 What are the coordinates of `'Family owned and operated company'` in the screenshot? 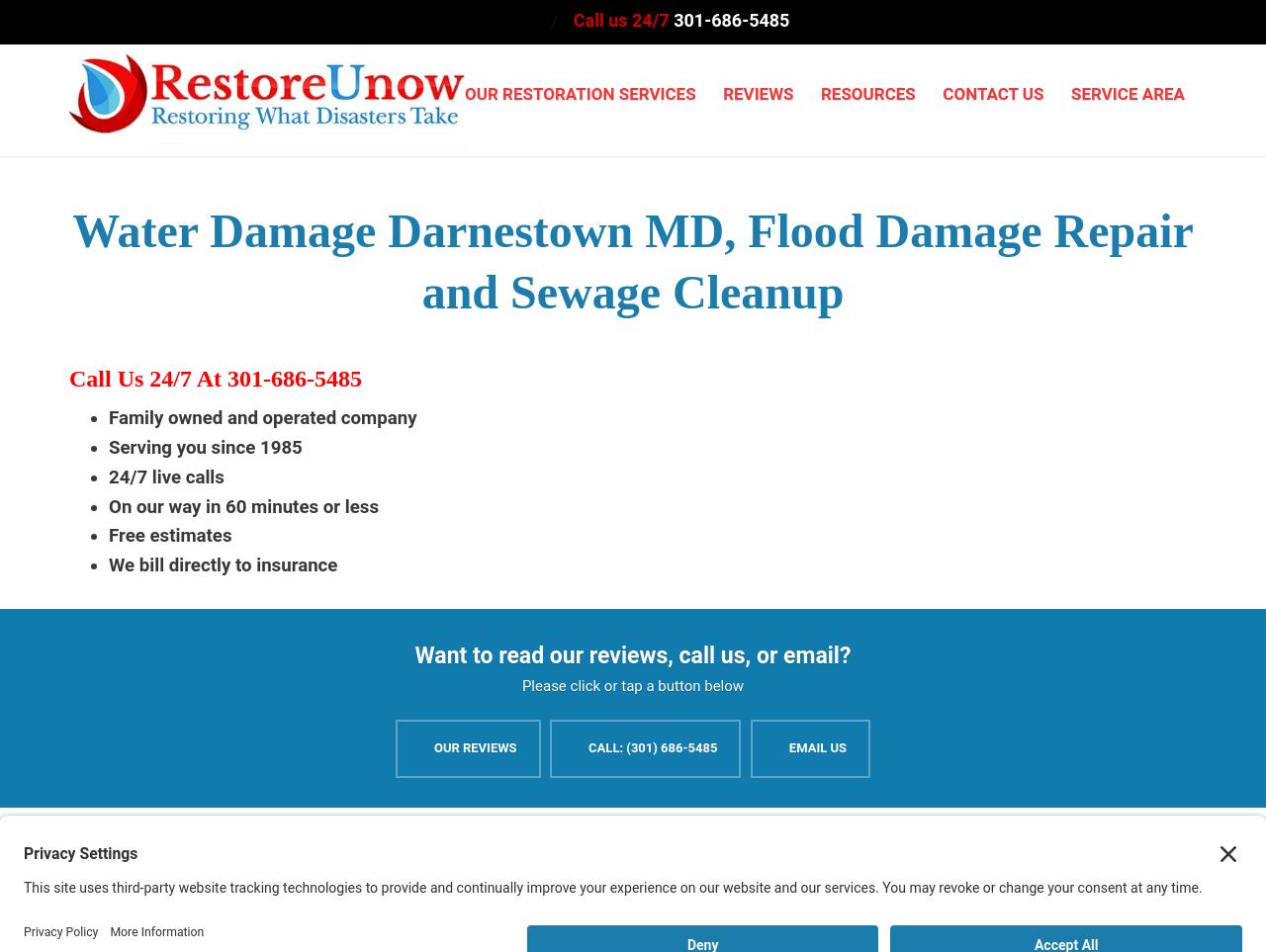 It's located at (261, 416).